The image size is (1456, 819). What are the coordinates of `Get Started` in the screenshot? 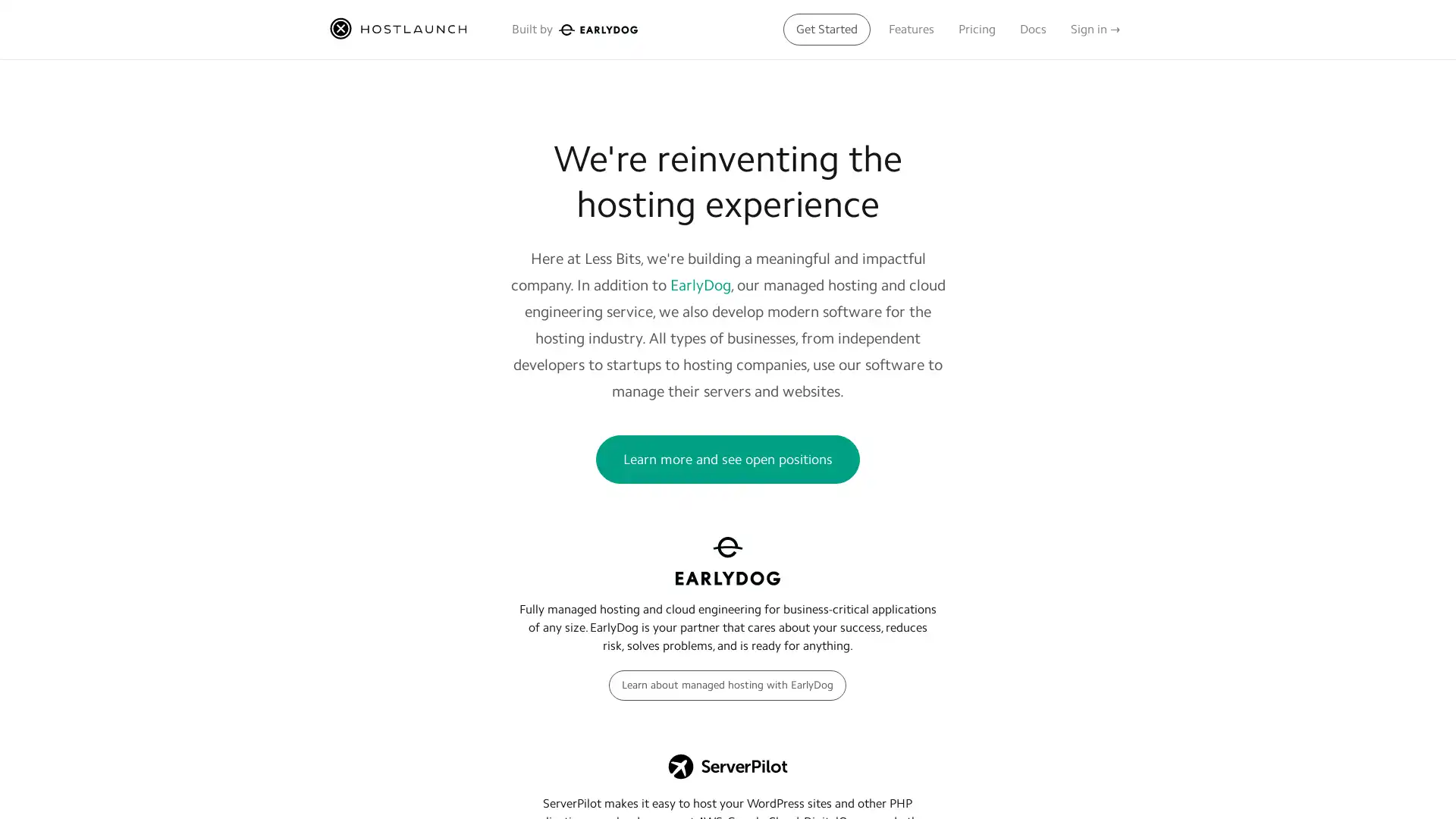 It's located at (826, 29).